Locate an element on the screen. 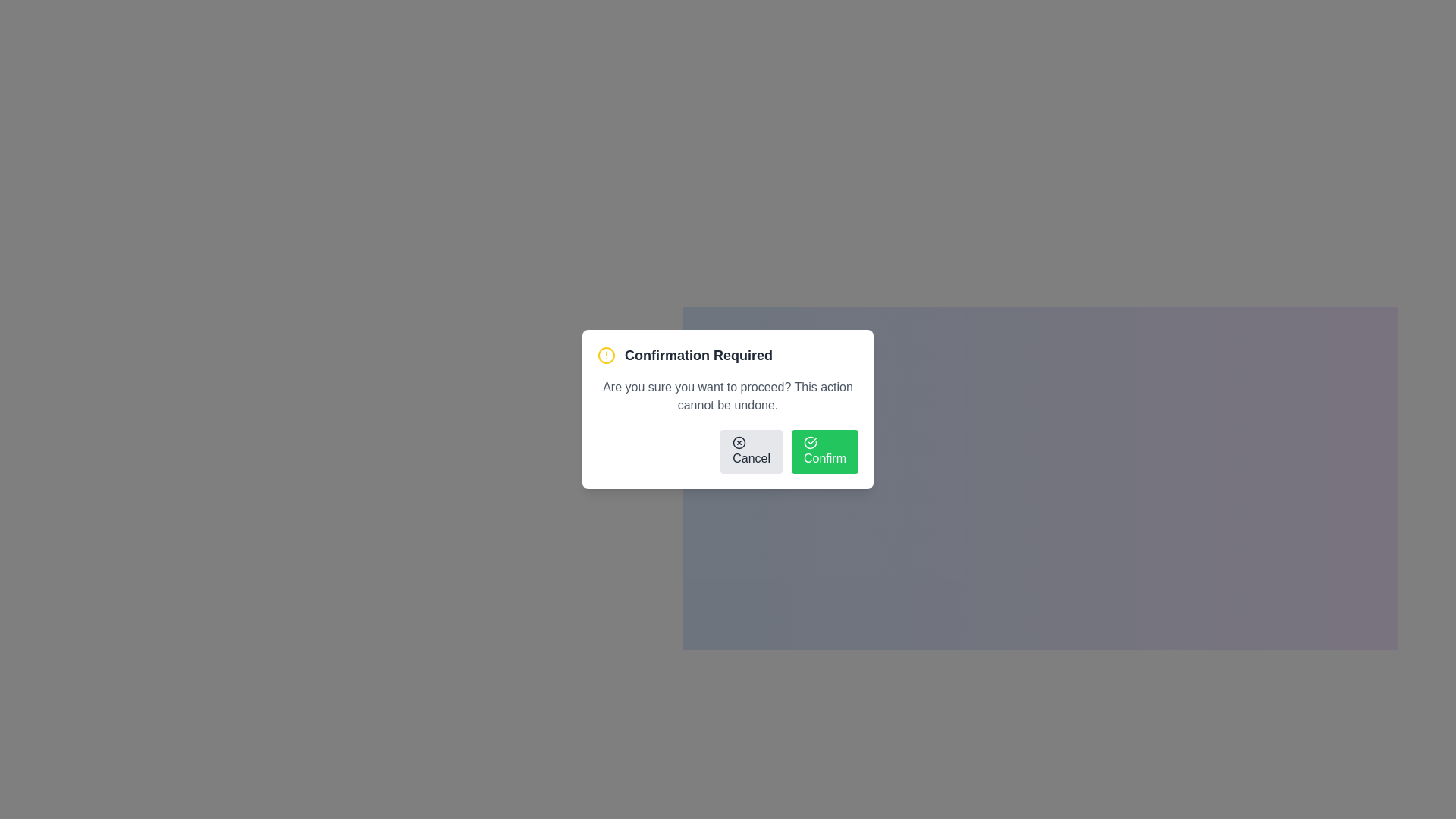  the icon representing a circle with a checkmark inside, located to the left of the 'Confirm' text in the confirmation modal is located at coordinates (810, 442).